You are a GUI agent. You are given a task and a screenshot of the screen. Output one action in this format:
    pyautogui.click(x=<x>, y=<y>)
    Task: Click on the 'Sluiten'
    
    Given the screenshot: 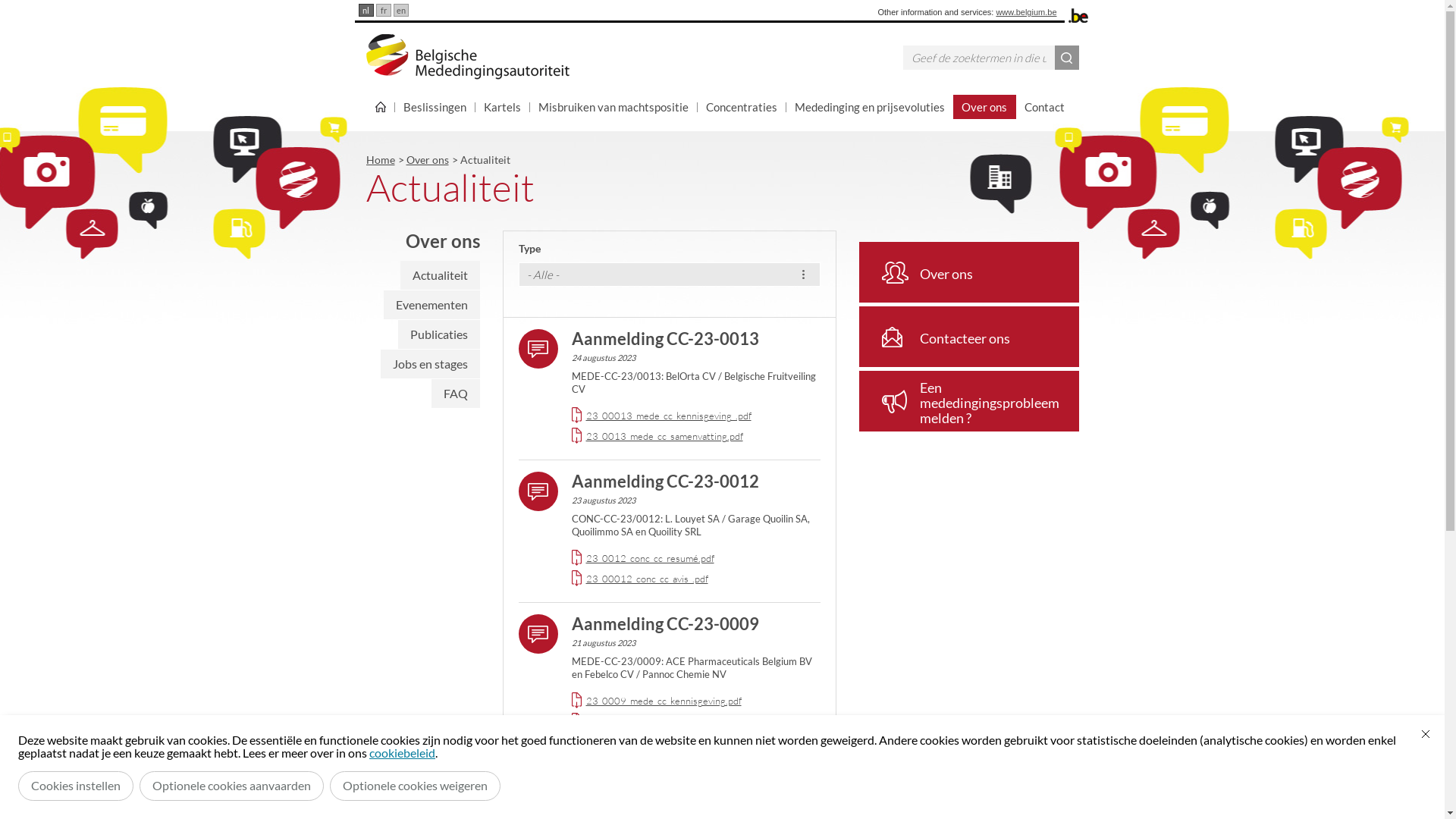 What is the action you would take?
    pyautogui.click(x=1425, y=733)
    